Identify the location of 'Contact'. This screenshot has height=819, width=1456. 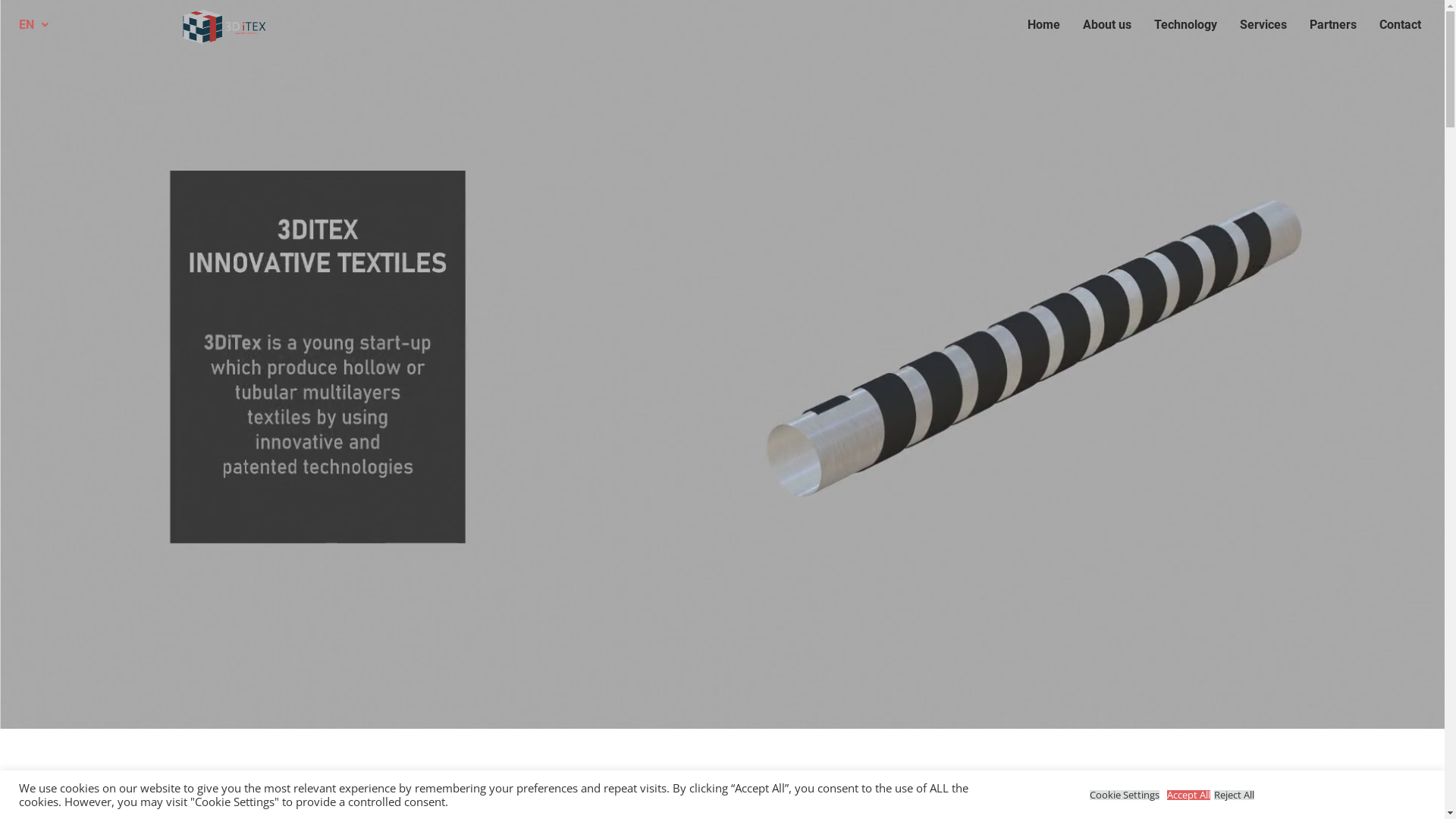
(1399, 25).